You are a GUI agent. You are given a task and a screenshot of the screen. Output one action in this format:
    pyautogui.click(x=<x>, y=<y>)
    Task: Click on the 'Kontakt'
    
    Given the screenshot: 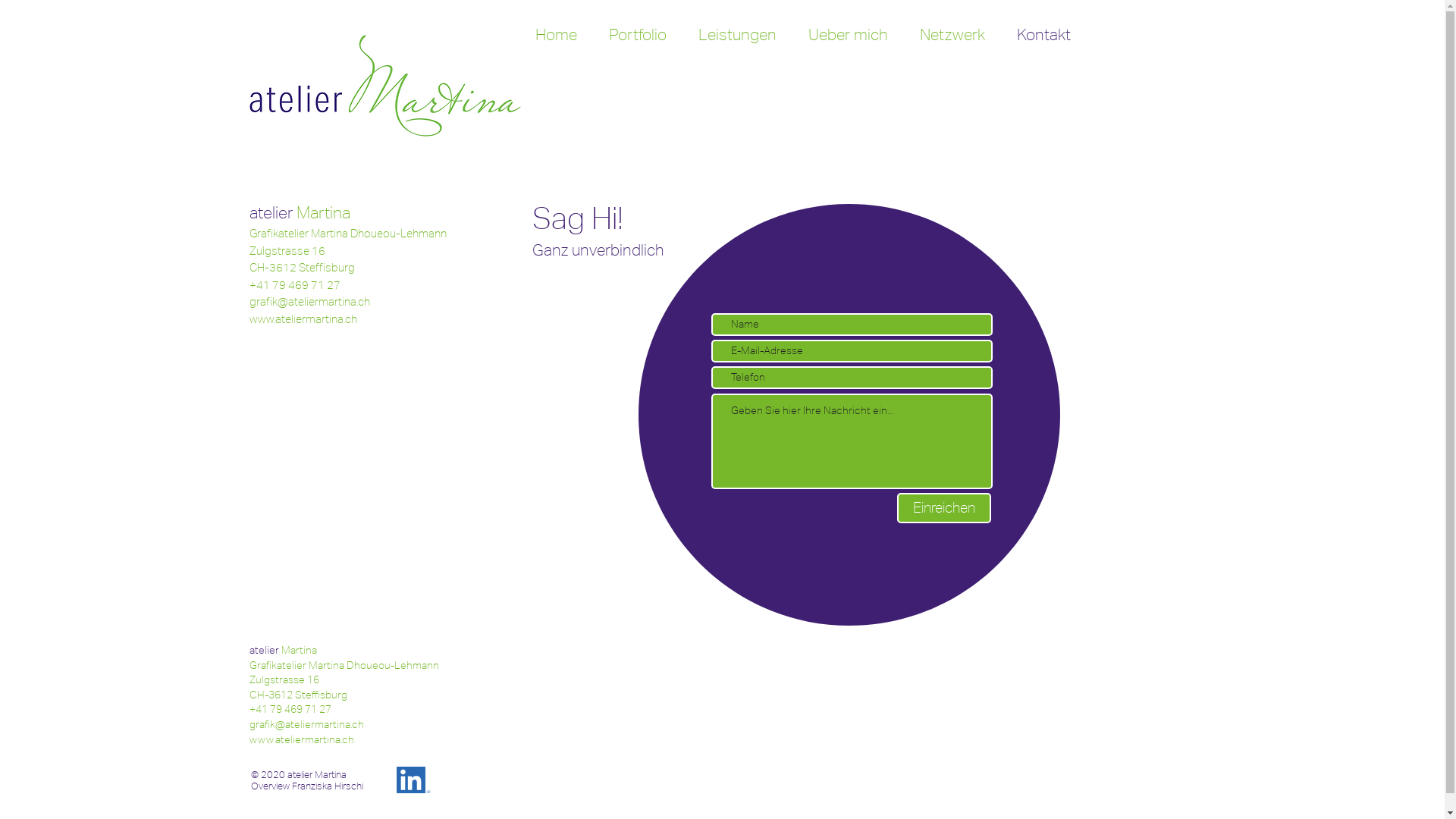 What is the action you would take?
    pyautogui.click(x=1043, y=34)
    